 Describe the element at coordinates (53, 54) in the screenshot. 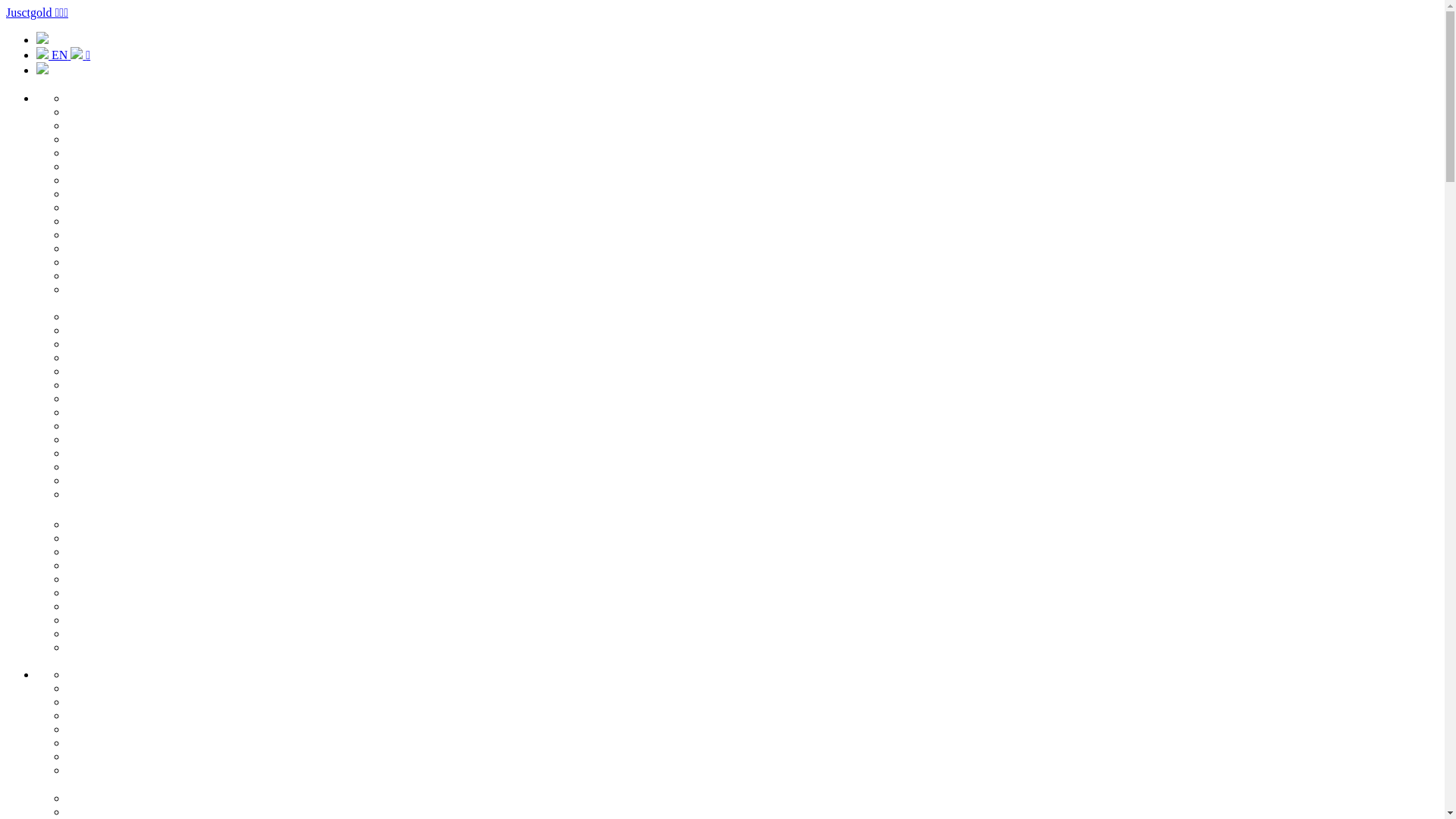

I see `'EN'` at that location.